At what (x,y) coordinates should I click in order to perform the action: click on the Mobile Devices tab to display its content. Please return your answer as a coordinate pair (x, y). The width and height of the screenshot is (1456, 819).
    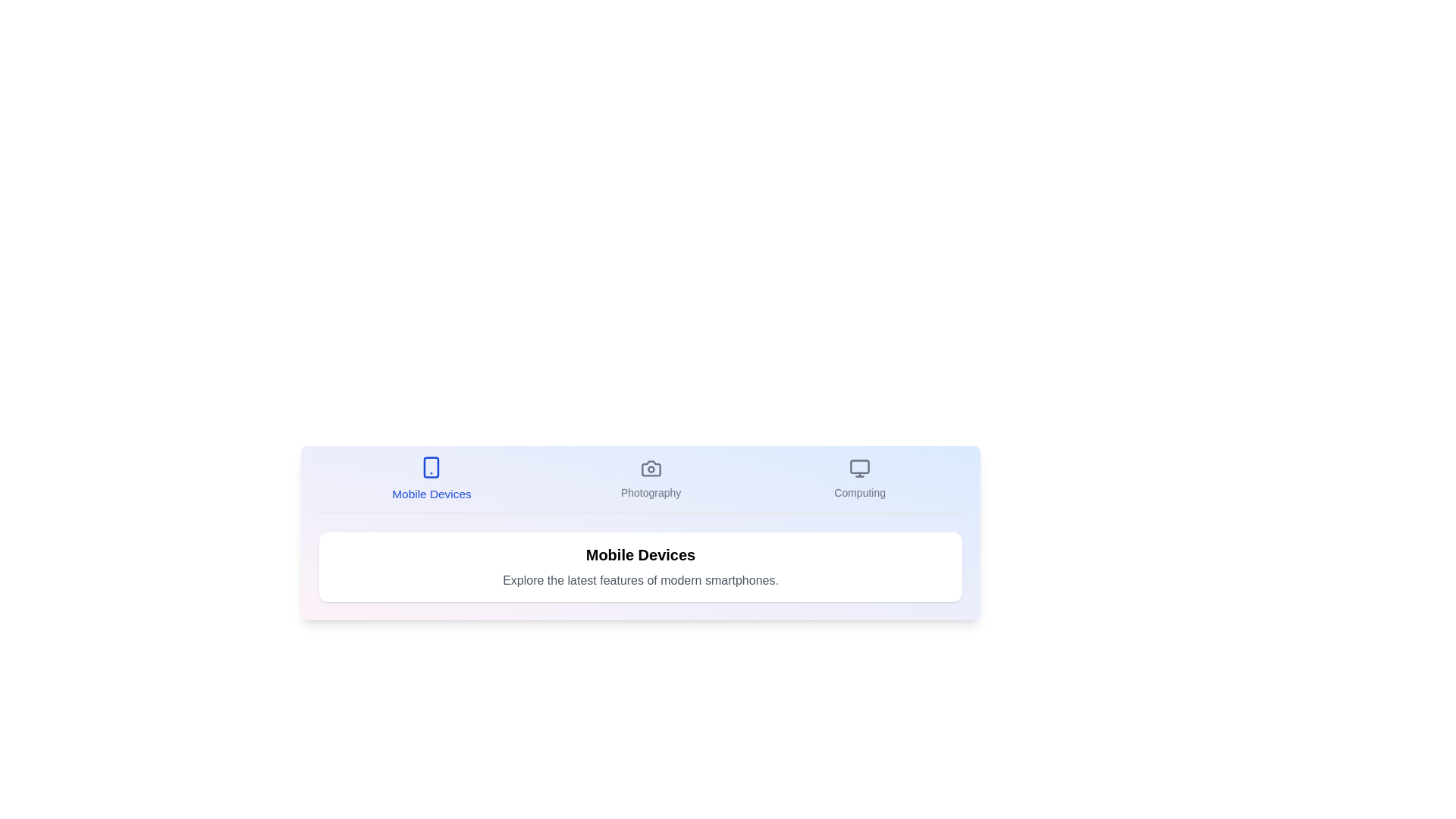
    Looking at the image, I should click on (431, 479).